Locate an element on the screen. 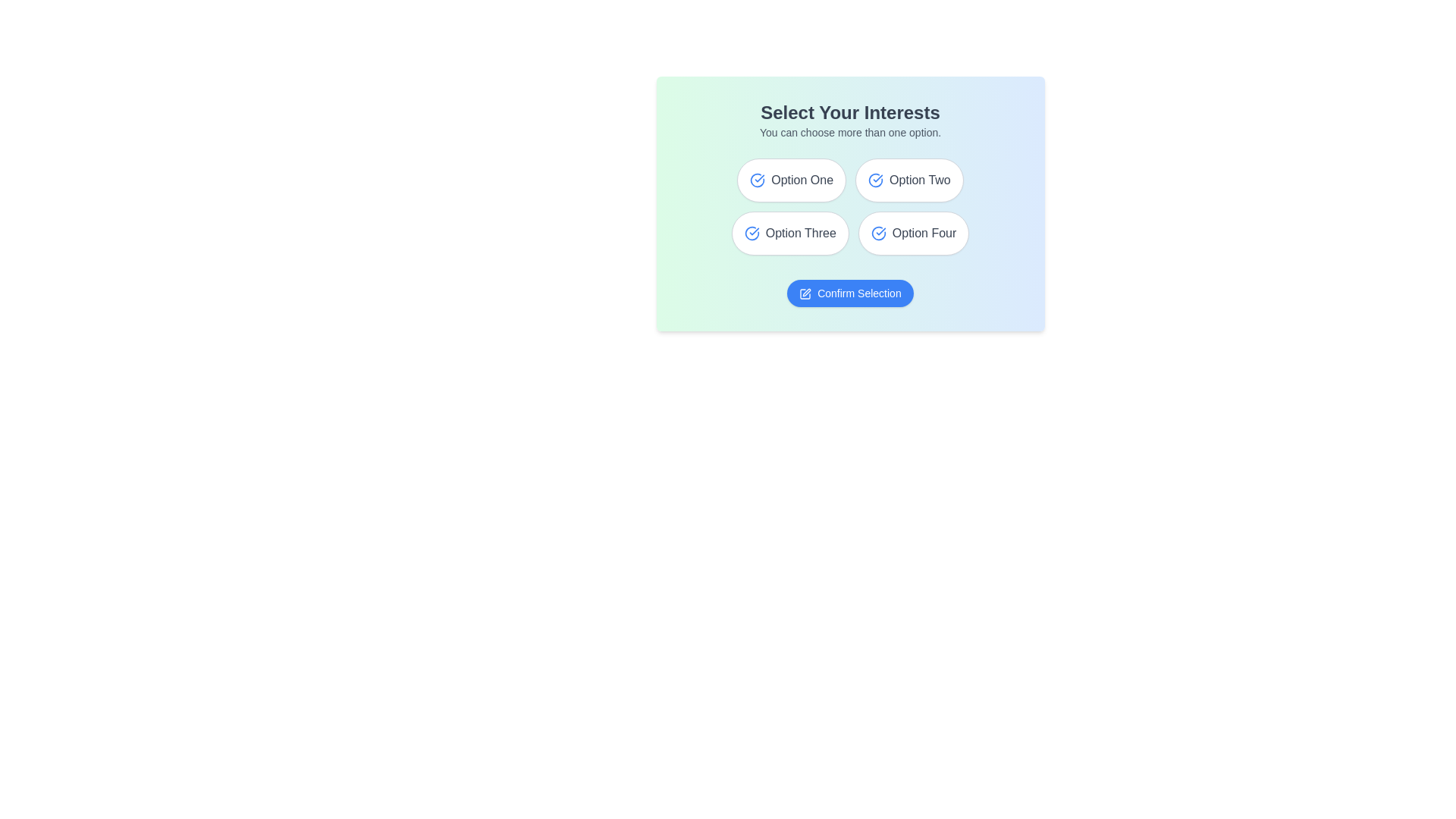 Image resolution: width=1456 pixels, height=819 pixels. the option Option Four to observe the hover effect is located at coordinates (912, 234).